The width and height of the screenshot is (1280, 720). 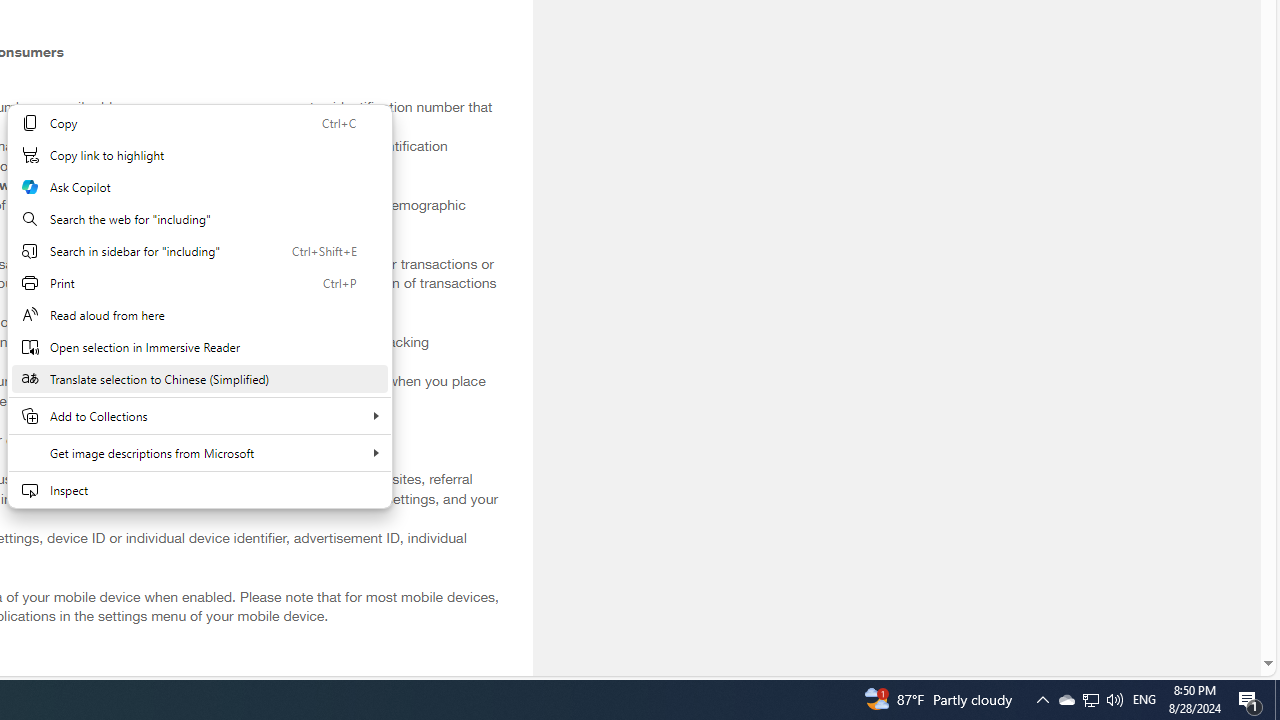 What do you see at coordinates (199, 218) in the screenshot?
I see `'Search the web for "including"'` at bounding box center [199, 218].